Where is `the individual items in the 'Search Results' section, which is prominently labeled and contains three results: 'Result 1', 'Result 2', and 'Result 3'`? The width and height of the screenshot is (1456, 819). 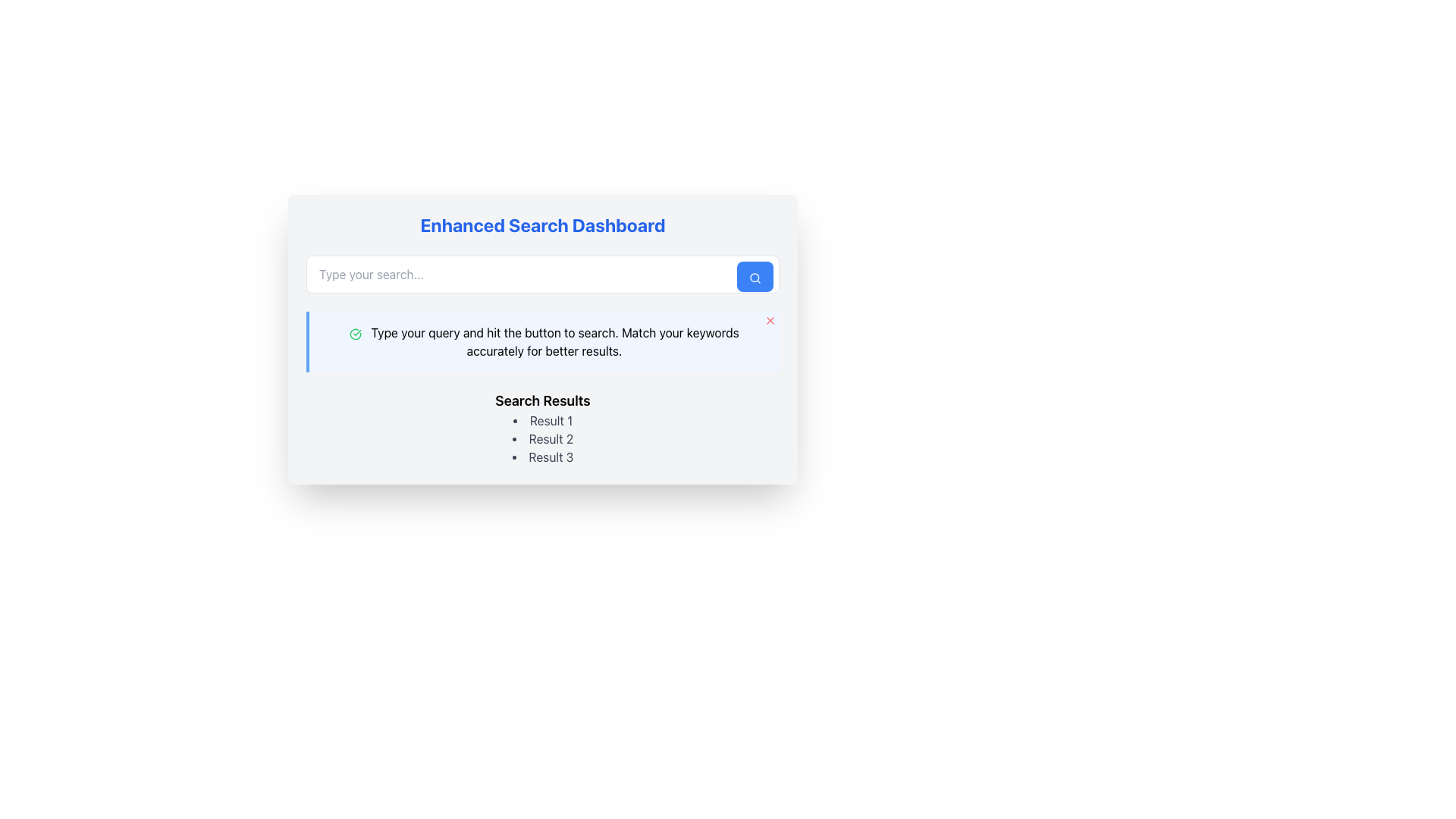 the individual items in the 'Search Results' section, which is prominently labeled and contains three results: 'Result 1', 'Result 2', and 'Result 3' is located at coordinates (542, 428).